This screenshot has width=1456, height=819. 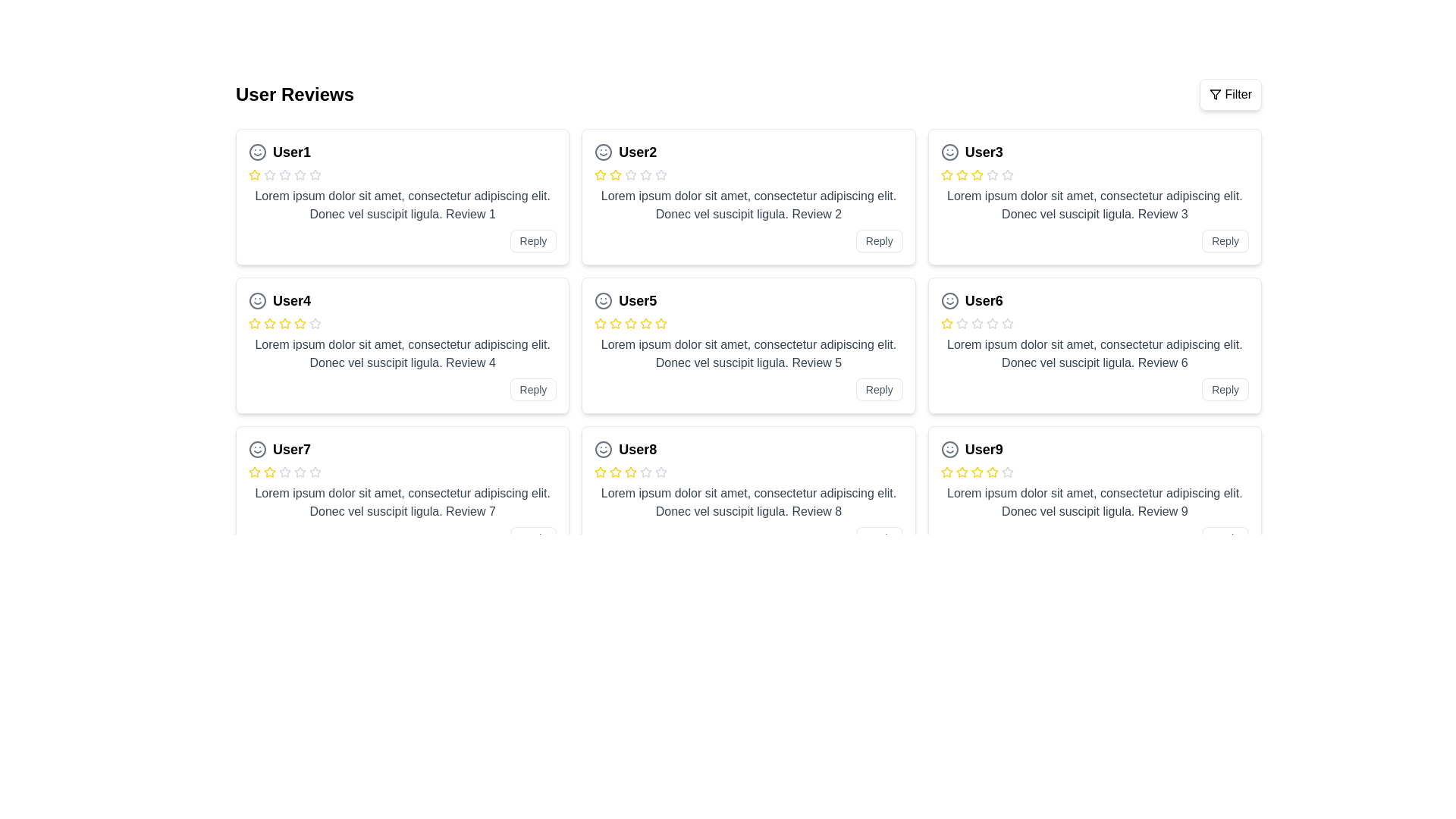 I want to click on the third star icon in the User2 review card to indicate a rating on the five-level rating system, so click(x=616, y=174).